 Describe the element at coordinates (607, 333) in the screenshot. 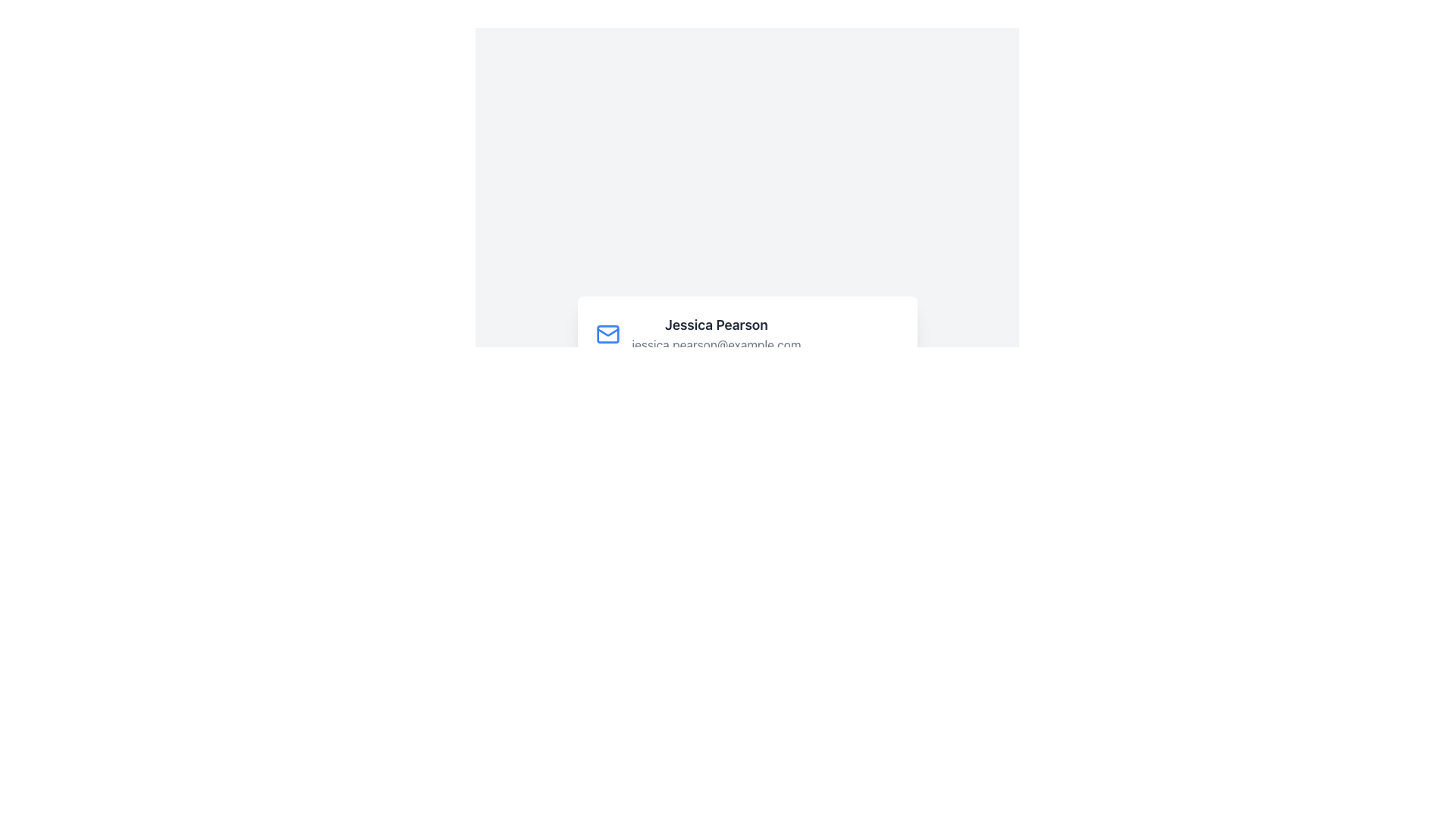

I see `the blue envelope icon located to the immediate left of the text elements displaying 'Jessica Pearson' and 'jessica.pearson@example.com'` at that location.